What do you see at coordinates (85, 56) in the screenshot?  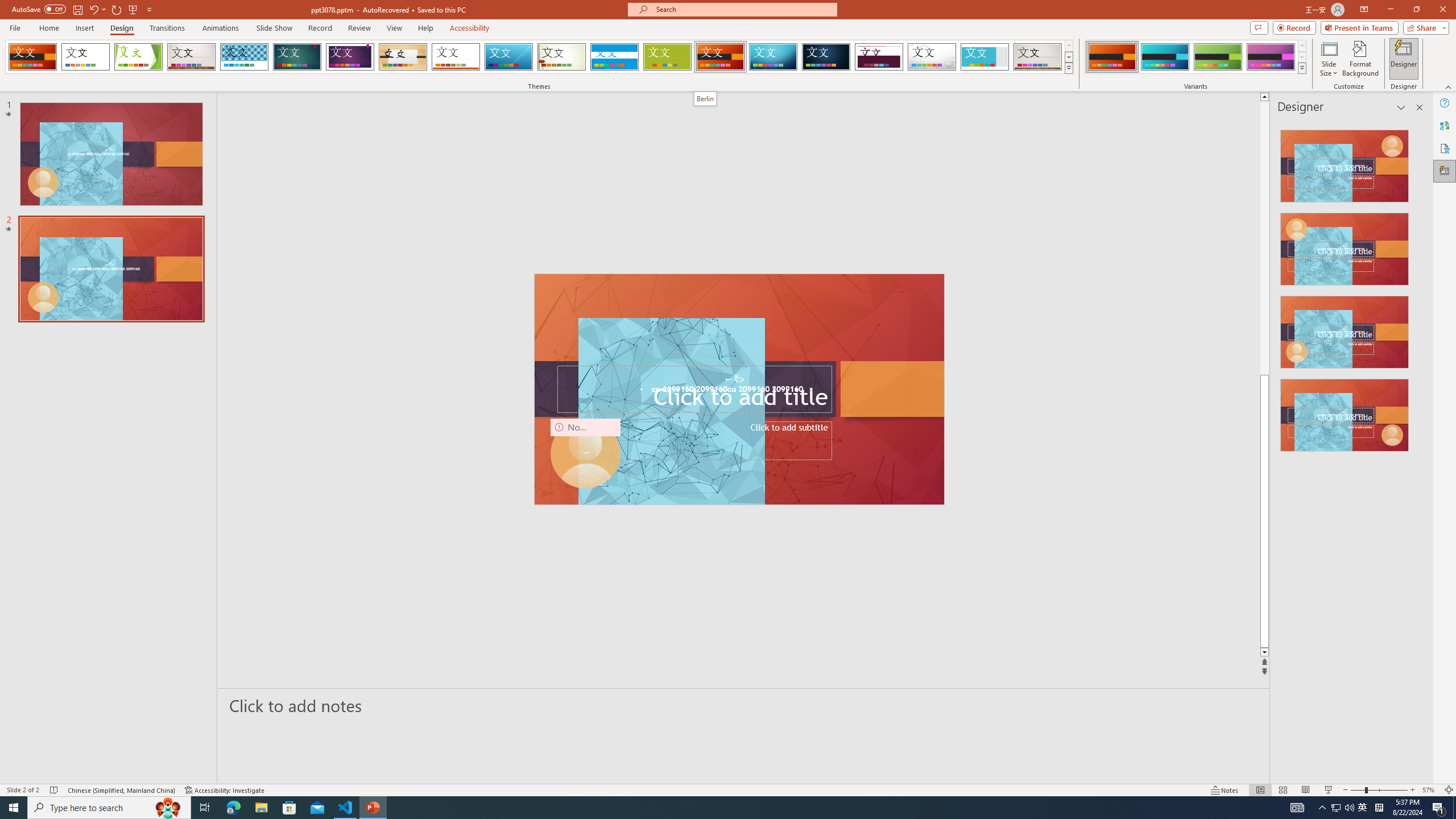 I see `'Office Theme'` at bounding box center [85, 56].